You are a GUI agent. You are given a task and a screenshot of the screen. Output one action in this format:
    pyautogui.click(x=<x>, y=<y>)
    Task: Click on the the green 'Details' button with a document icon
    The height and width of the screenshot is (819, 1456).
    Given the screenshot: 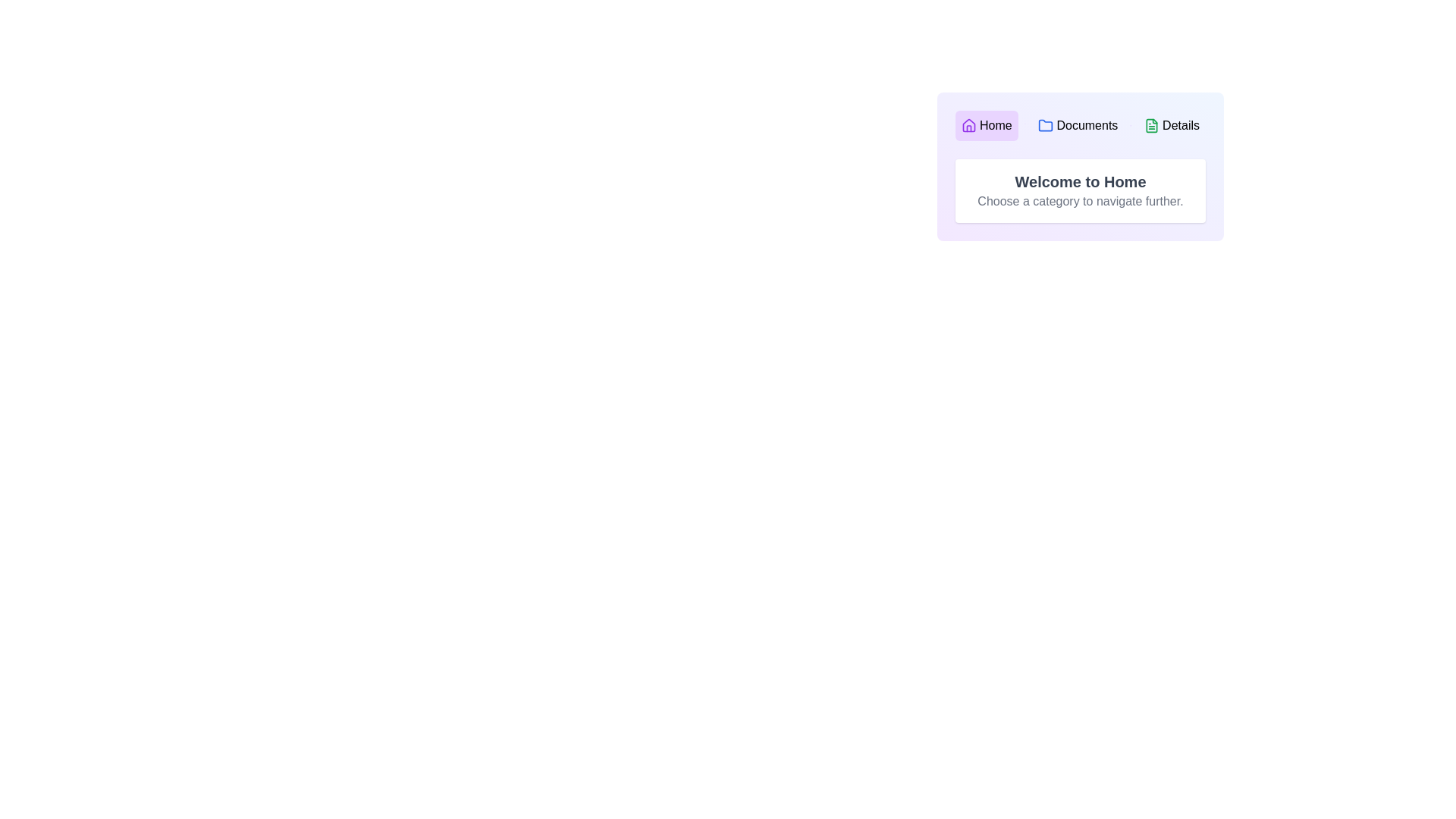 What is the action you would take?
    pyautogui.click(x=1171, y=124)
    